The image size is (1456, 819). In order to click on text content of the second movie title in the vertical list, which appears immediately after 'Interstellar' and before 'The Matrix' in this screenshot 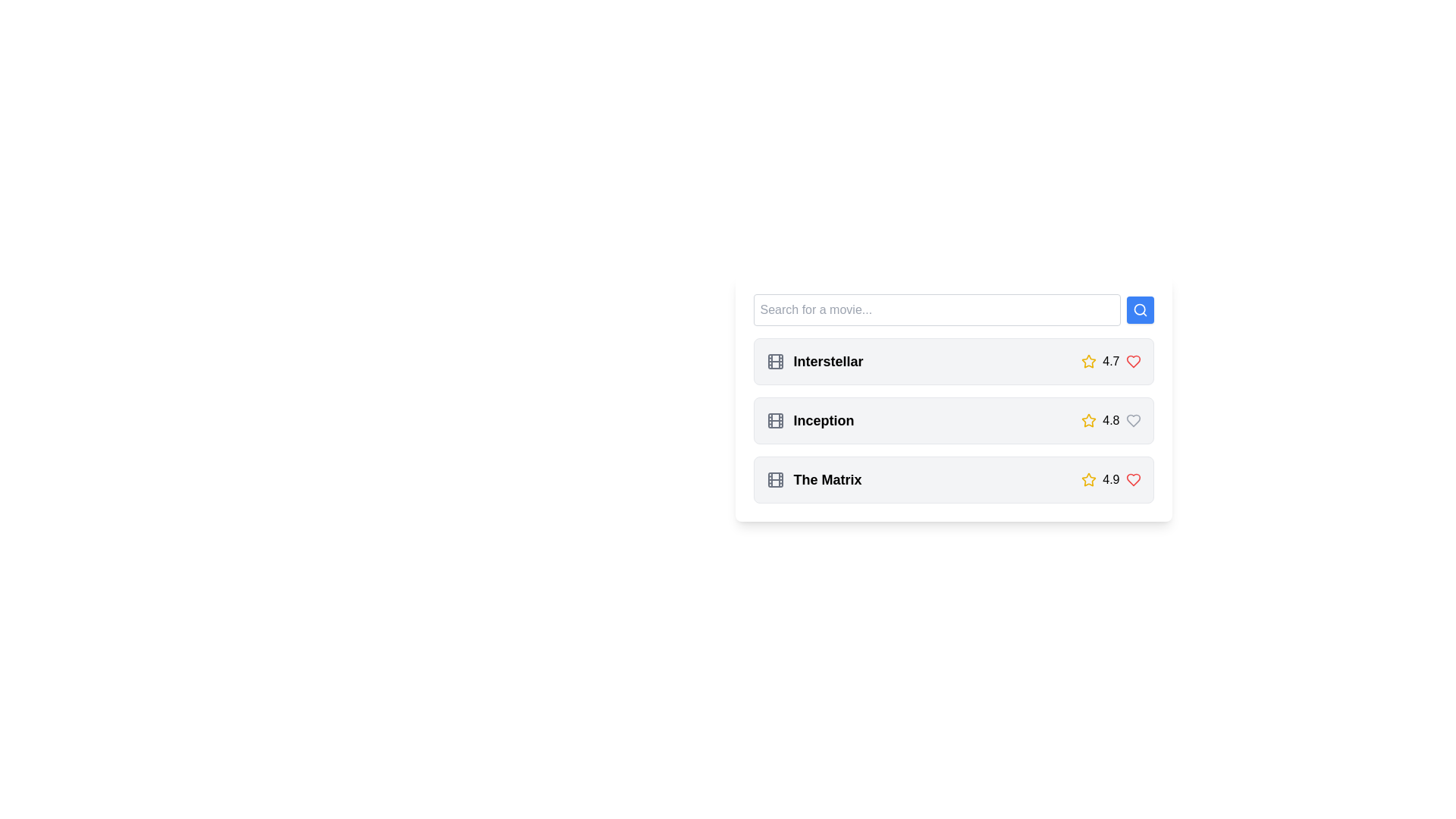, I will do `click(823, 421)`.